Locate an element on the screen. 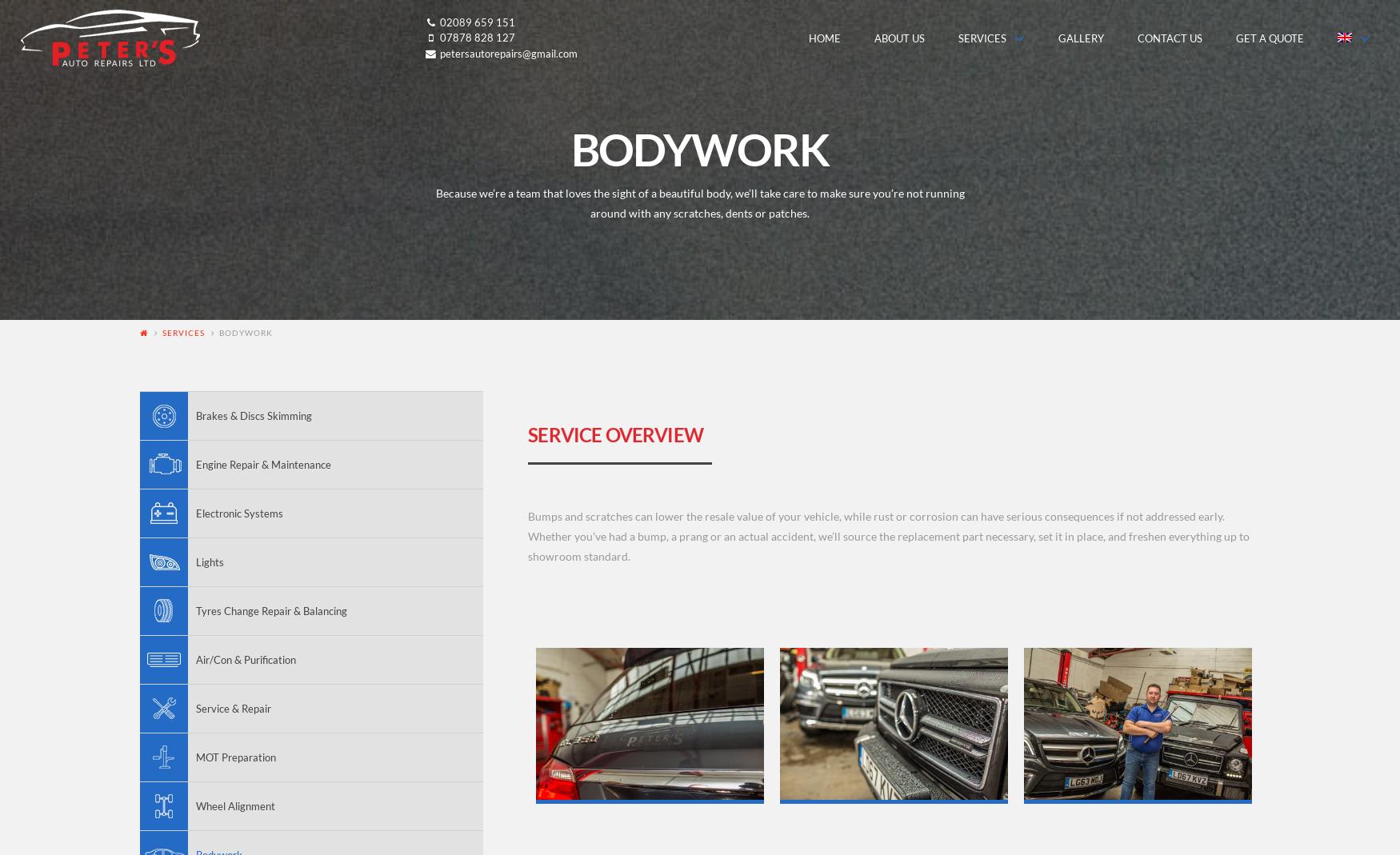  'Tyres Change Repair & Balancing' is located at coordinates (271, 611).